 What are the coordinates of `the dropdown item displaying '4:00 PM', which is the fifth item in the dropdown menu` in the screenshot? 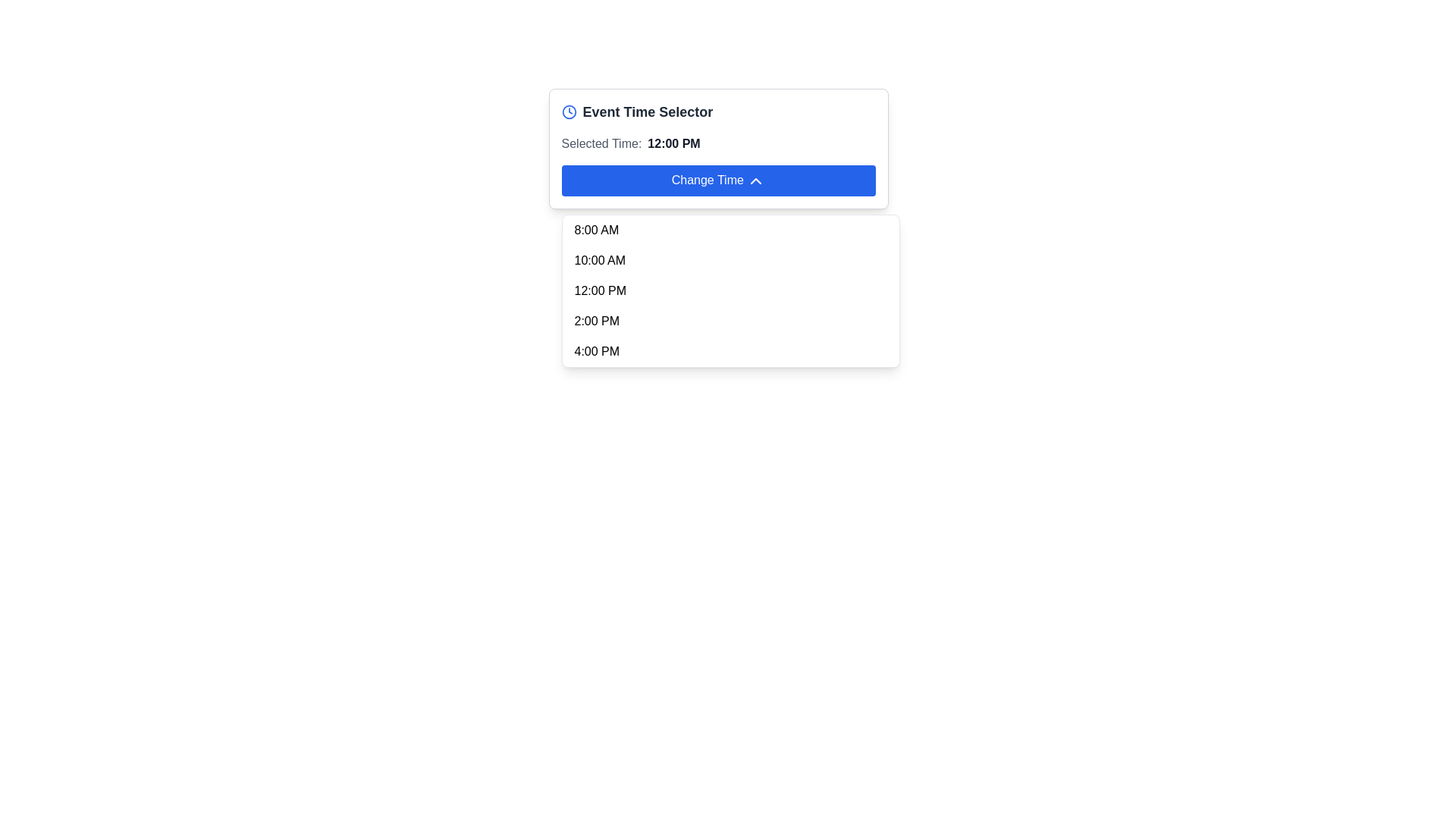 It's located at (730, 351).